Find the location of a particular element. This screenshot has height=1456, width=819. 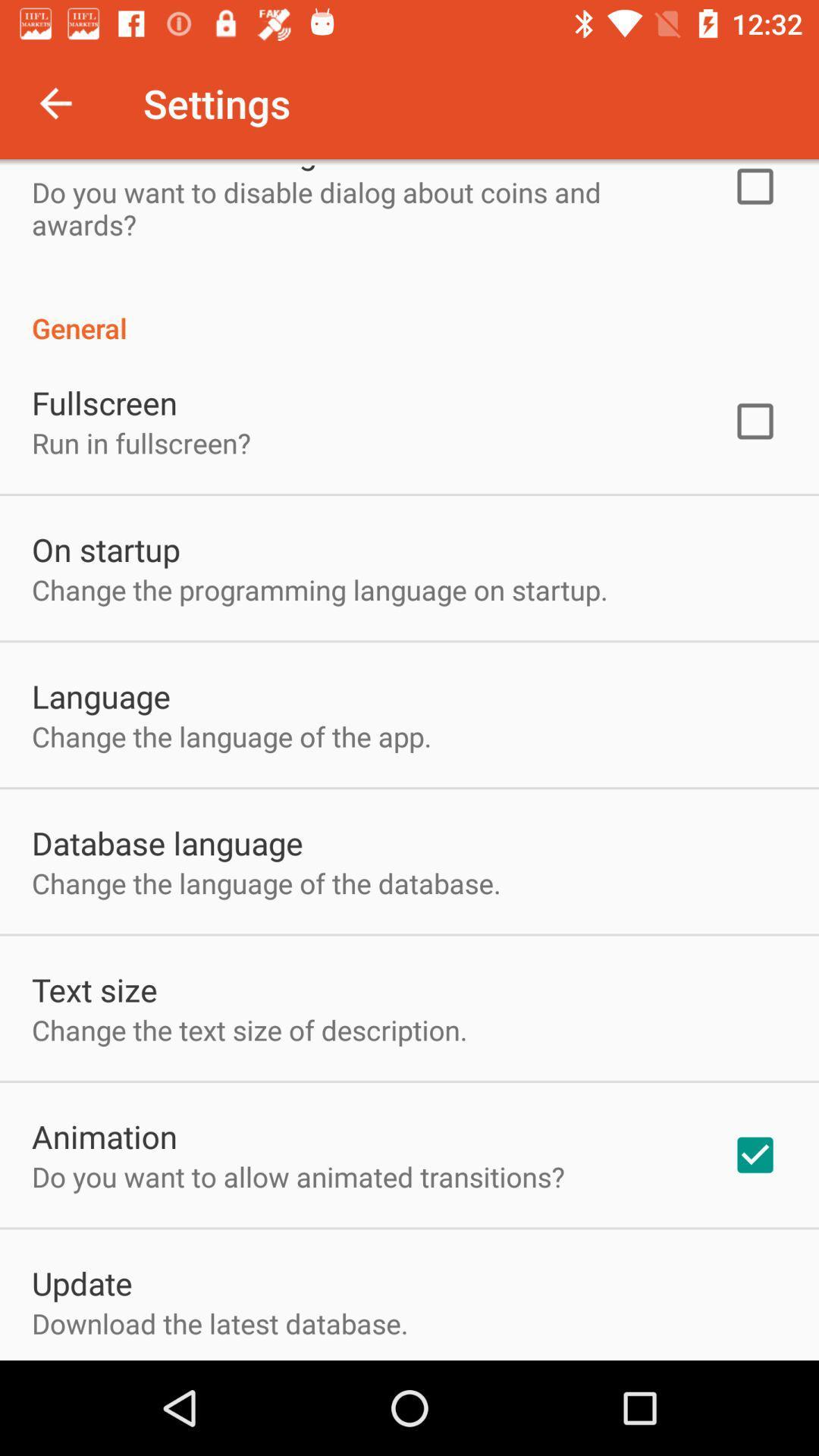

icon below change the text icon is located at coordinates (104, 1136).